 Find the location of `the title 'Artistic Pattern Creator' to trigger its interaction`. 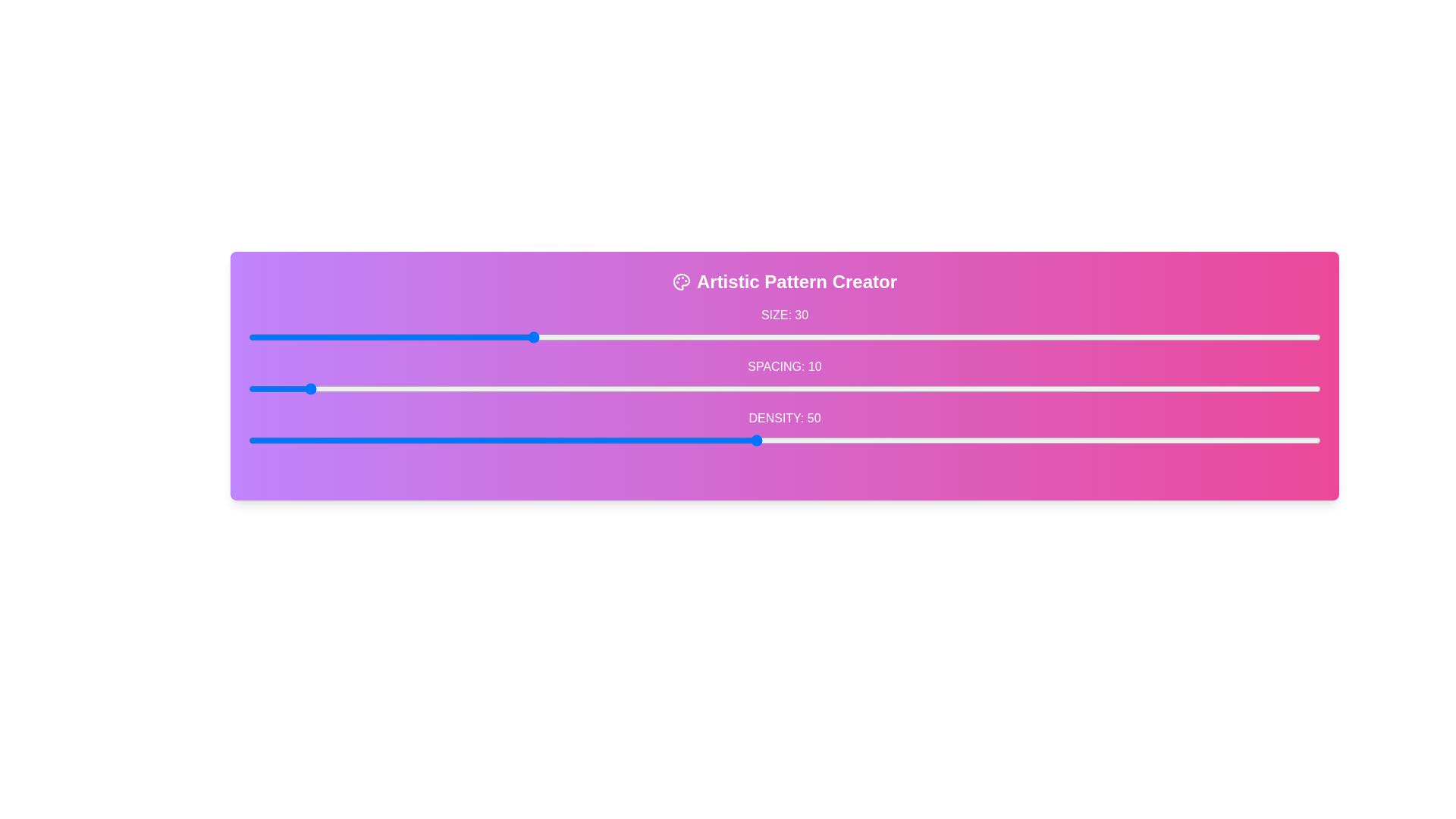

the title 'Artistic Pattern Creator' to trigger its interaction is located at coordinates (785, 281).